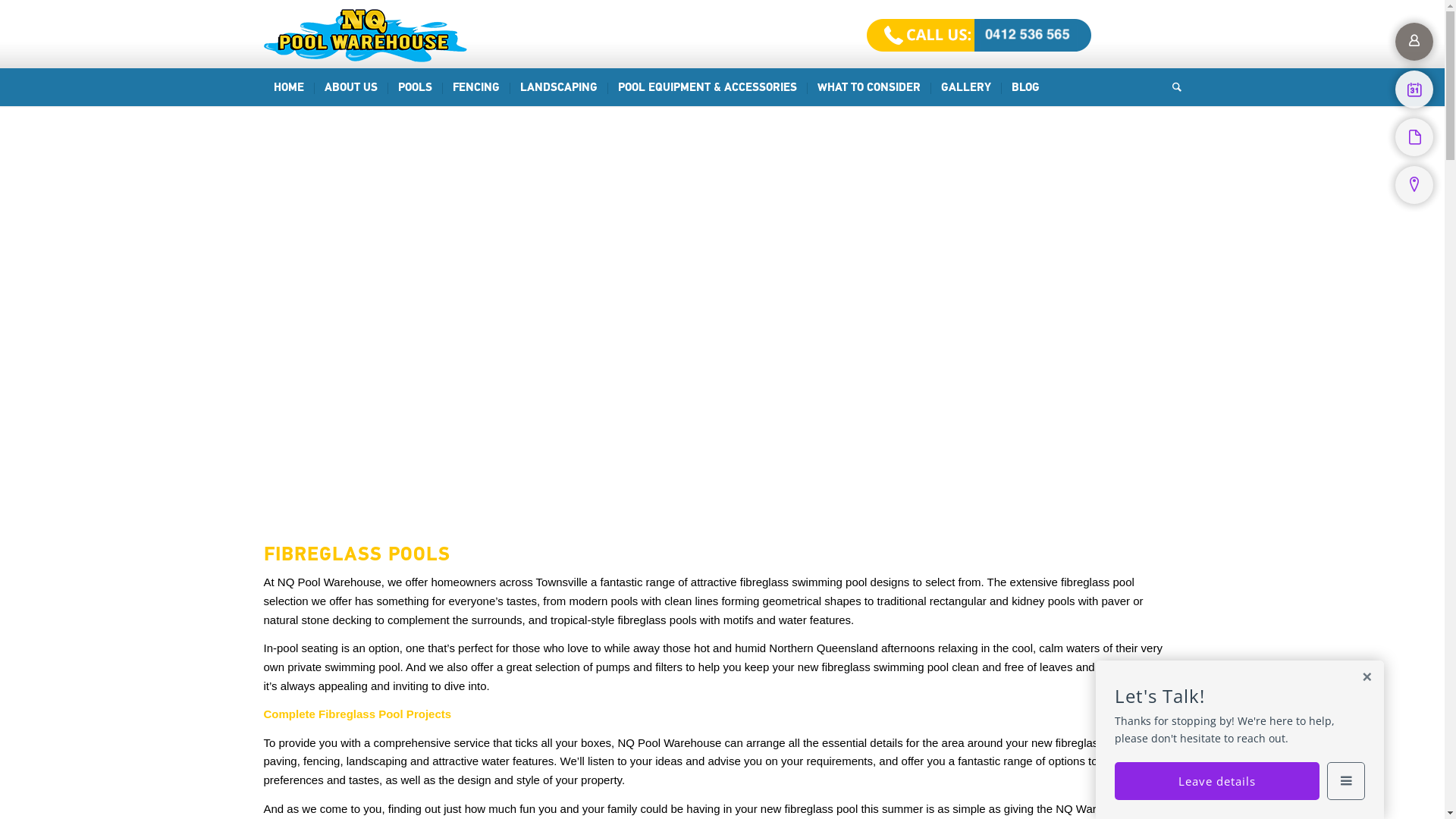  What do you see at coordinates (288, 87) in the screenshot?
I see `'HOME'` at bounding box center [288, 87].